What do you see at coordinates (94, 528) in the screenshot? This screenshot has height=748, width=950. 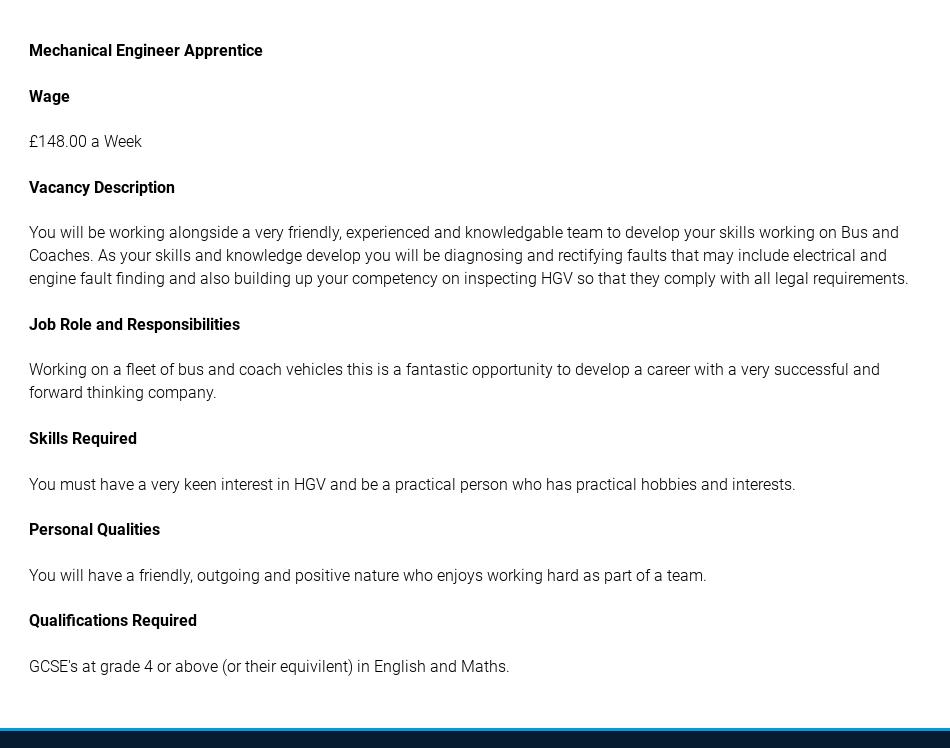 I see `'Personal Qualities'` at bounding box center [94, 528].